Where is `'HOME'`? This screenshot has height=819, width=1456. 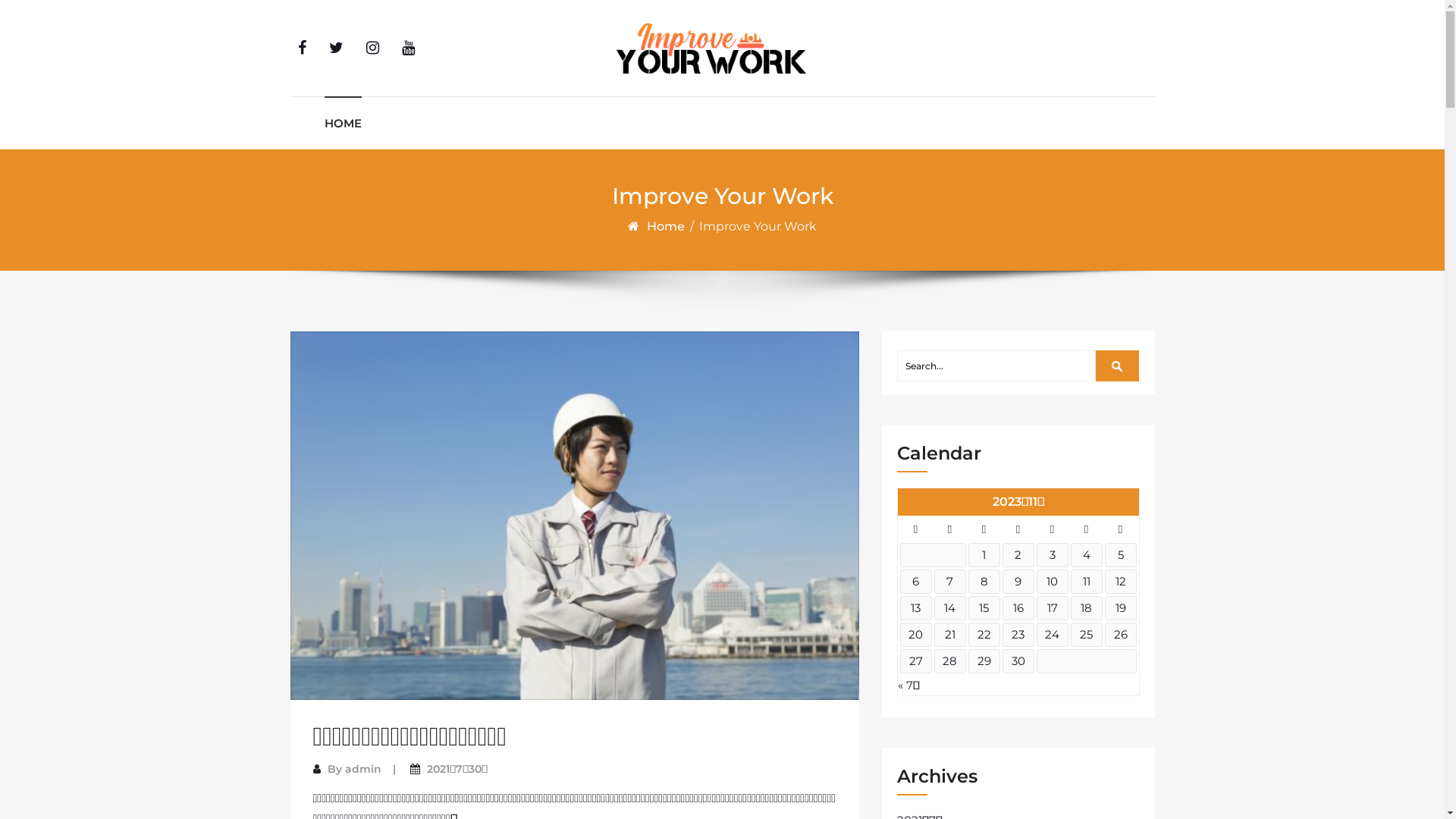 'HOME' is located at coordinates (342, 122).